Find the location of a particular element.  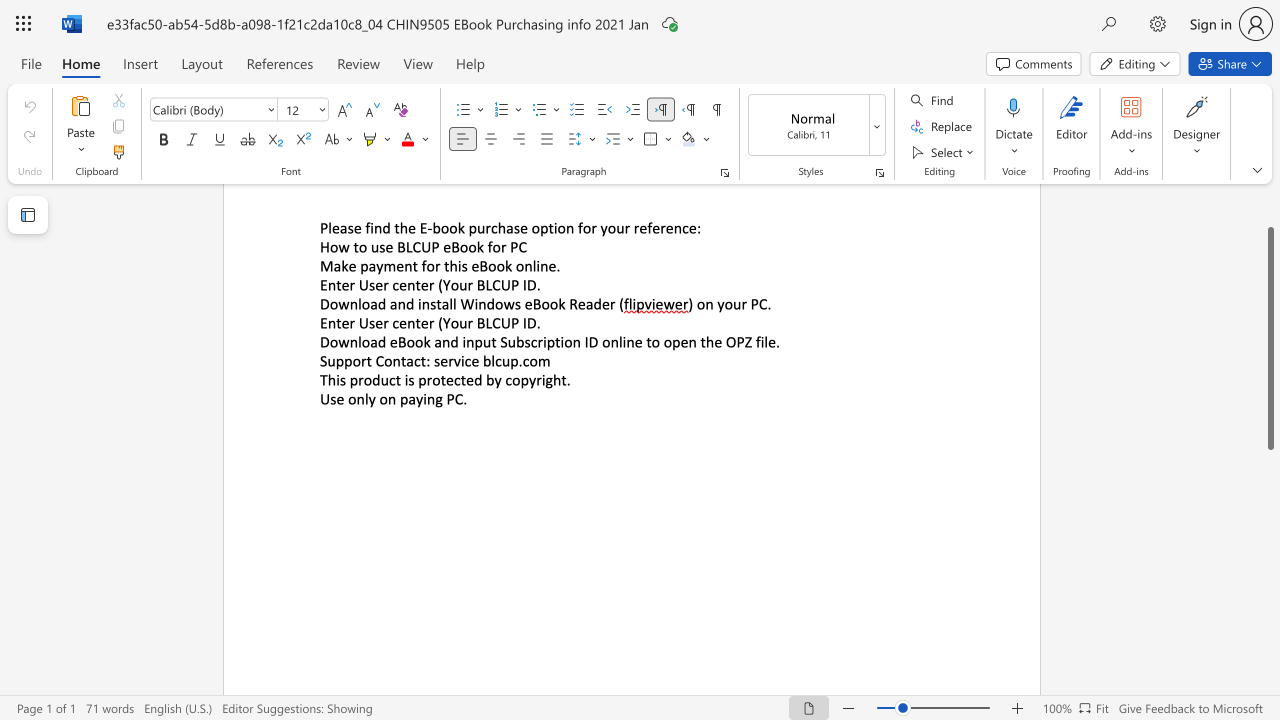

the scrollbar and move down 510 pixels is located at coordinates (1269, 337).